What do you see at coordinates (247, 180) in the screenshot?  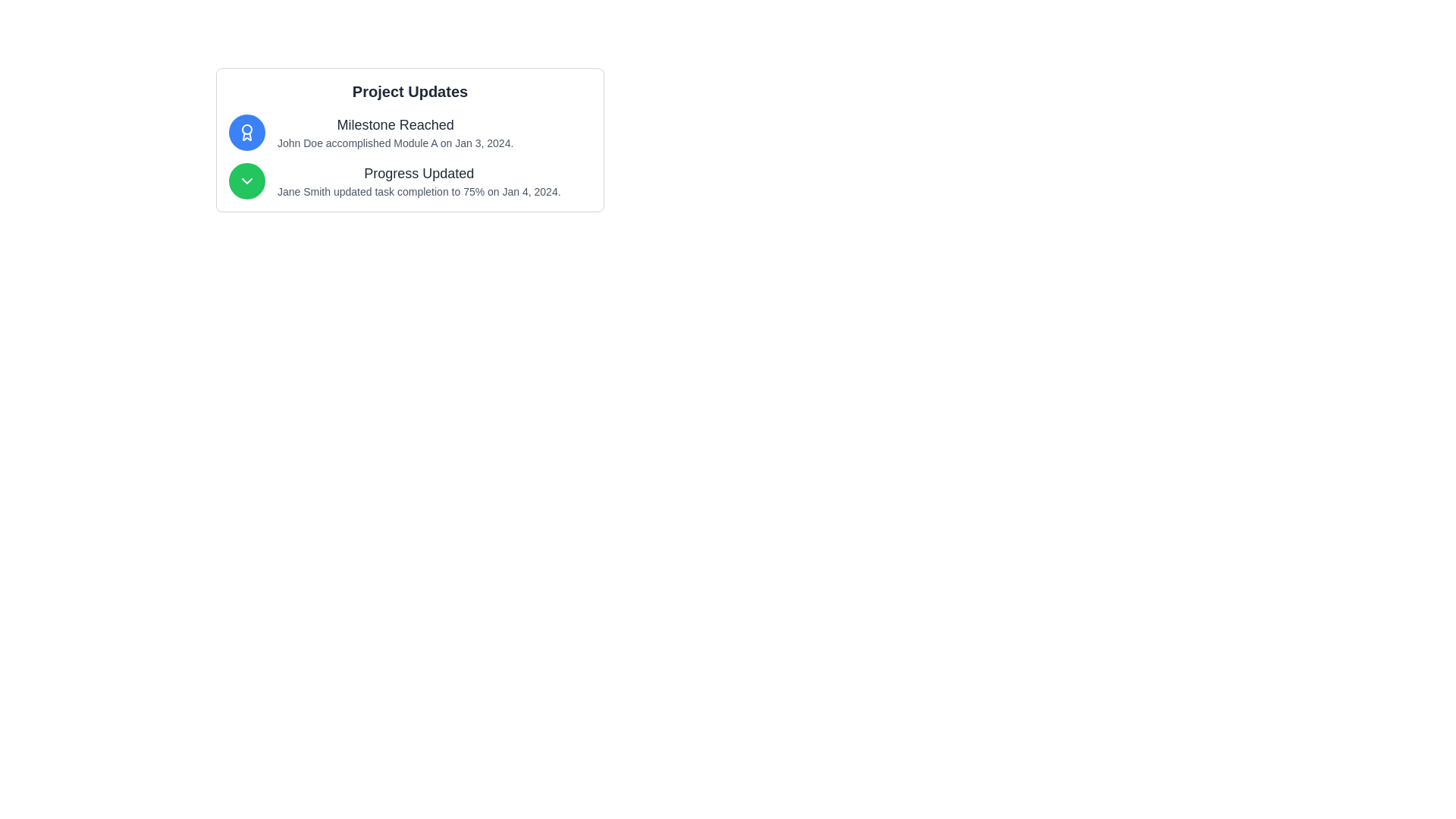 I see `the circular icon located to the left of the text description 'Progress Updated Jane Smith updated task completion to 75% on Jan 4, 2024.'` at bounding box center [247, 180].